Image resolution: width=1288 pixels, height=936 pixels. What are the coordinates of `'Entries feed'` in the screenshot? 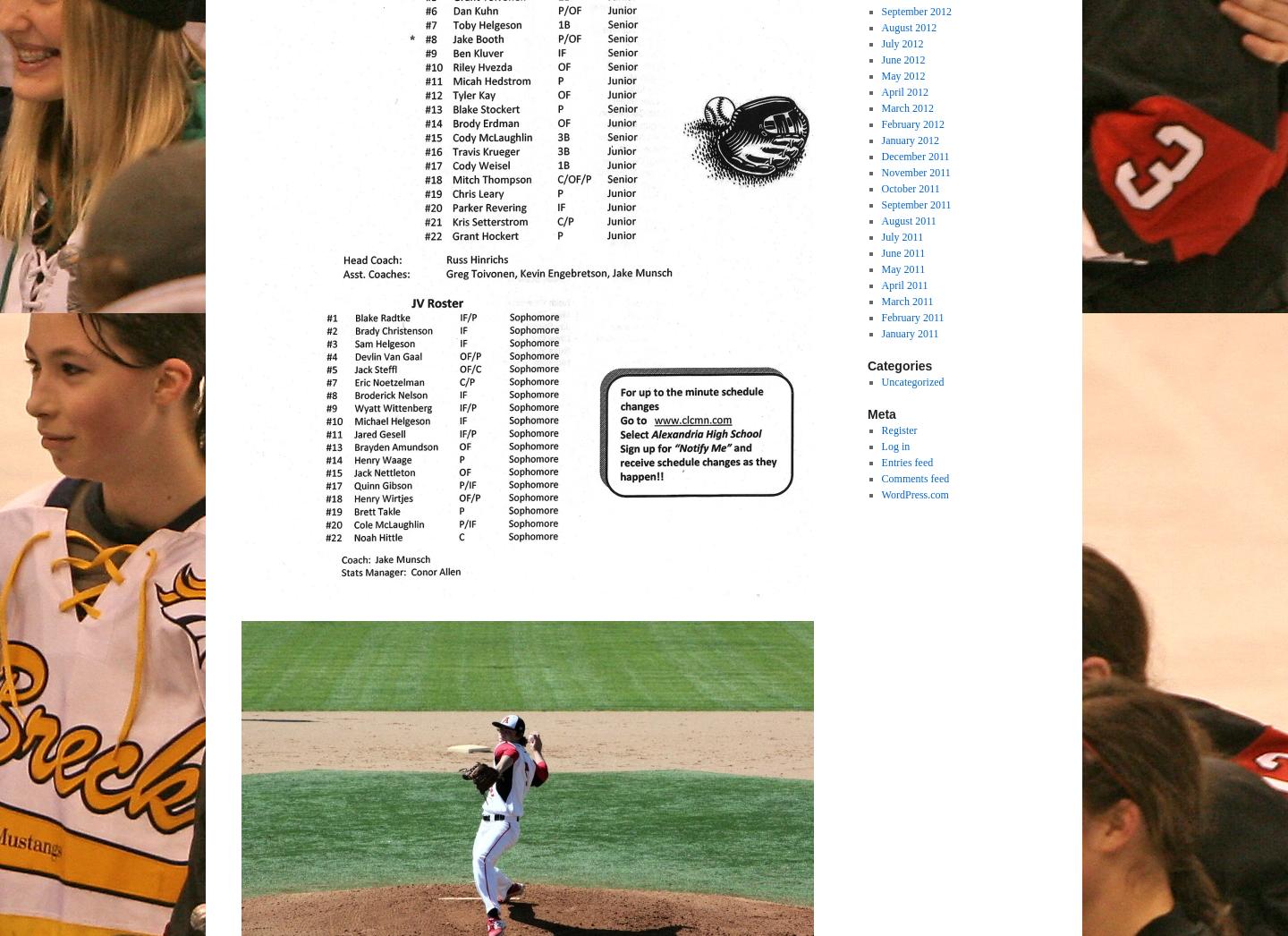 It's located at (906, 461).